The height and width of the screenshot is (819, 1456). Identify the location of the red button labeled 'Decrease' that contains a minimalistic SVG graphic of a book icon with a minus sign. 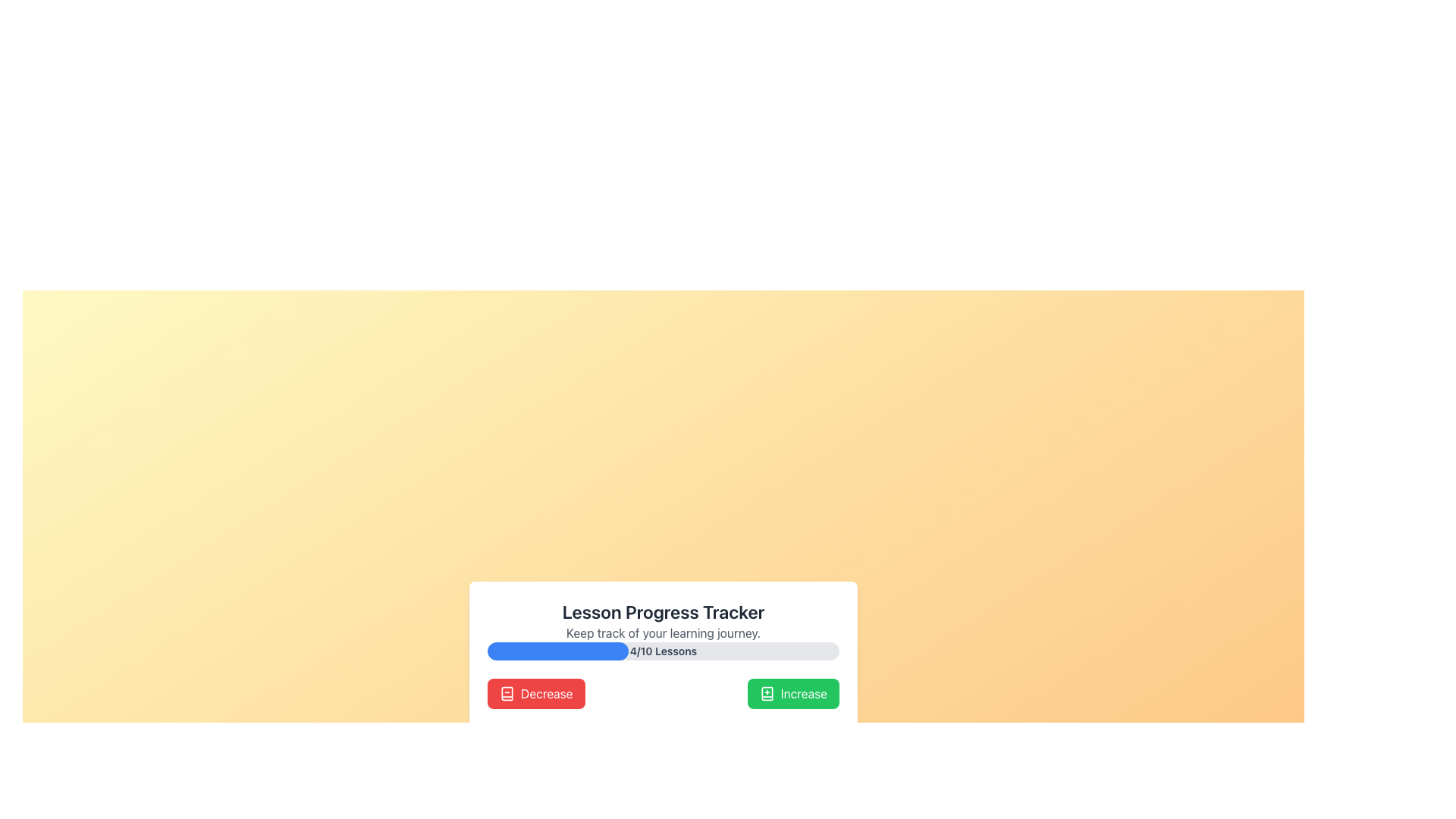
(507, 693).